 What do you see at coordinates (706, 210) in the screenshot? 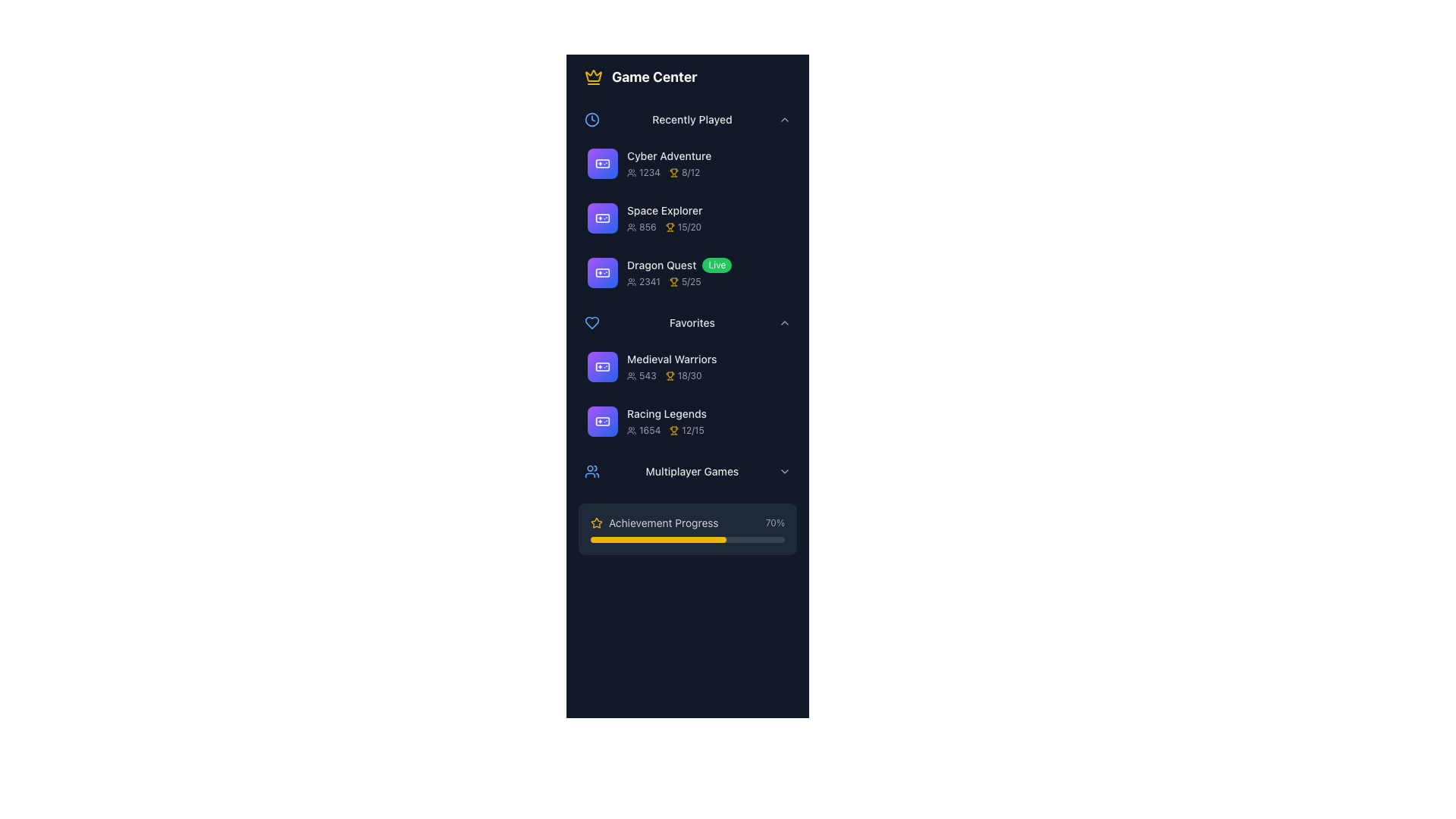
I see `the title text label reading 'Space Explorer' to view additional information about the game` at bounding box center [706, 210].